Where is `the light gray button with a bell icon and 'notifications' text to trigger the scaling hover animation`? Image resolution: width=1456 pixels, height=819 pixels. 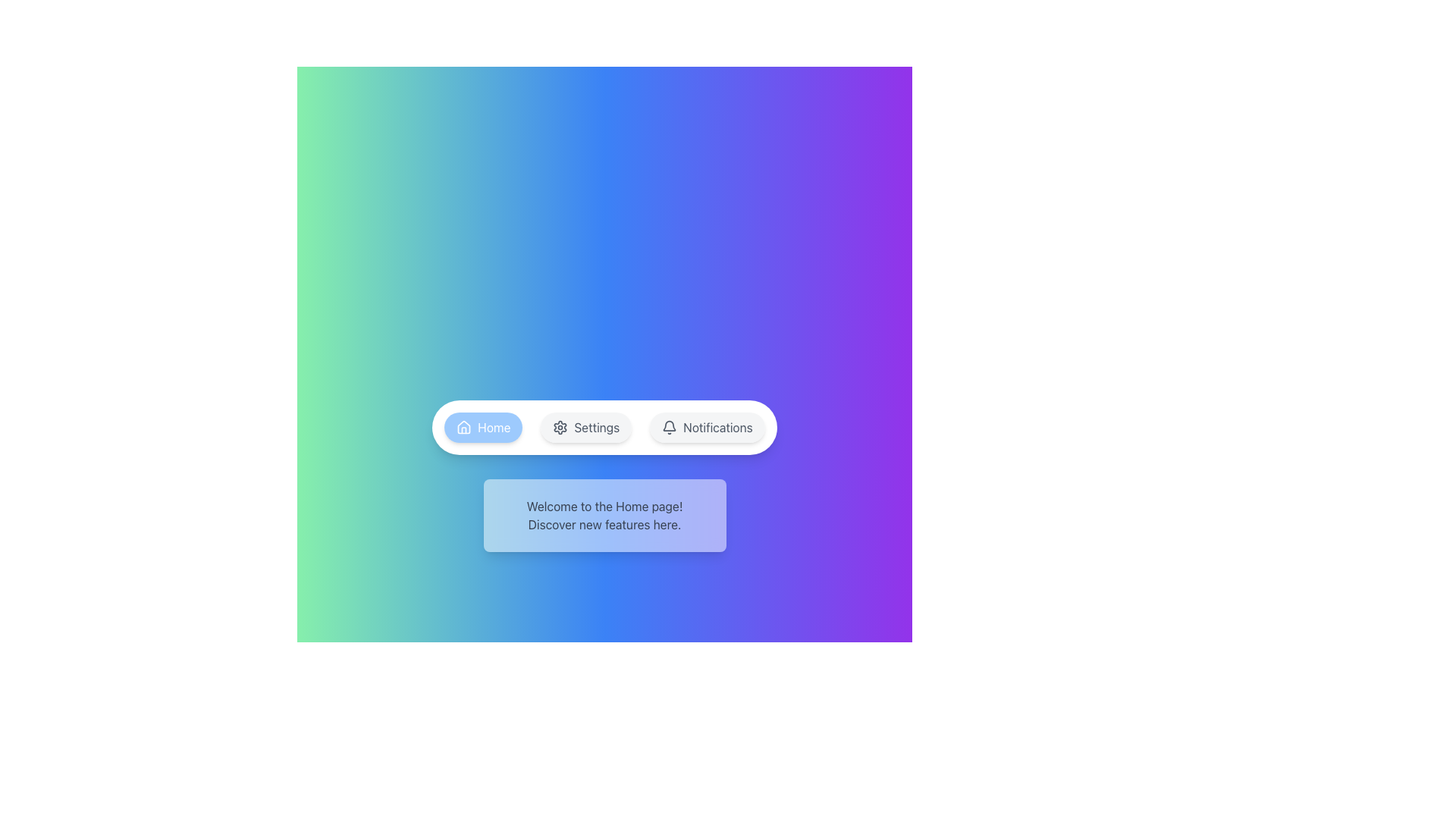 the light gray button with a bell icon and 'notifications' text to trigger the scaling hover animation is located at coordinates (706, 427).